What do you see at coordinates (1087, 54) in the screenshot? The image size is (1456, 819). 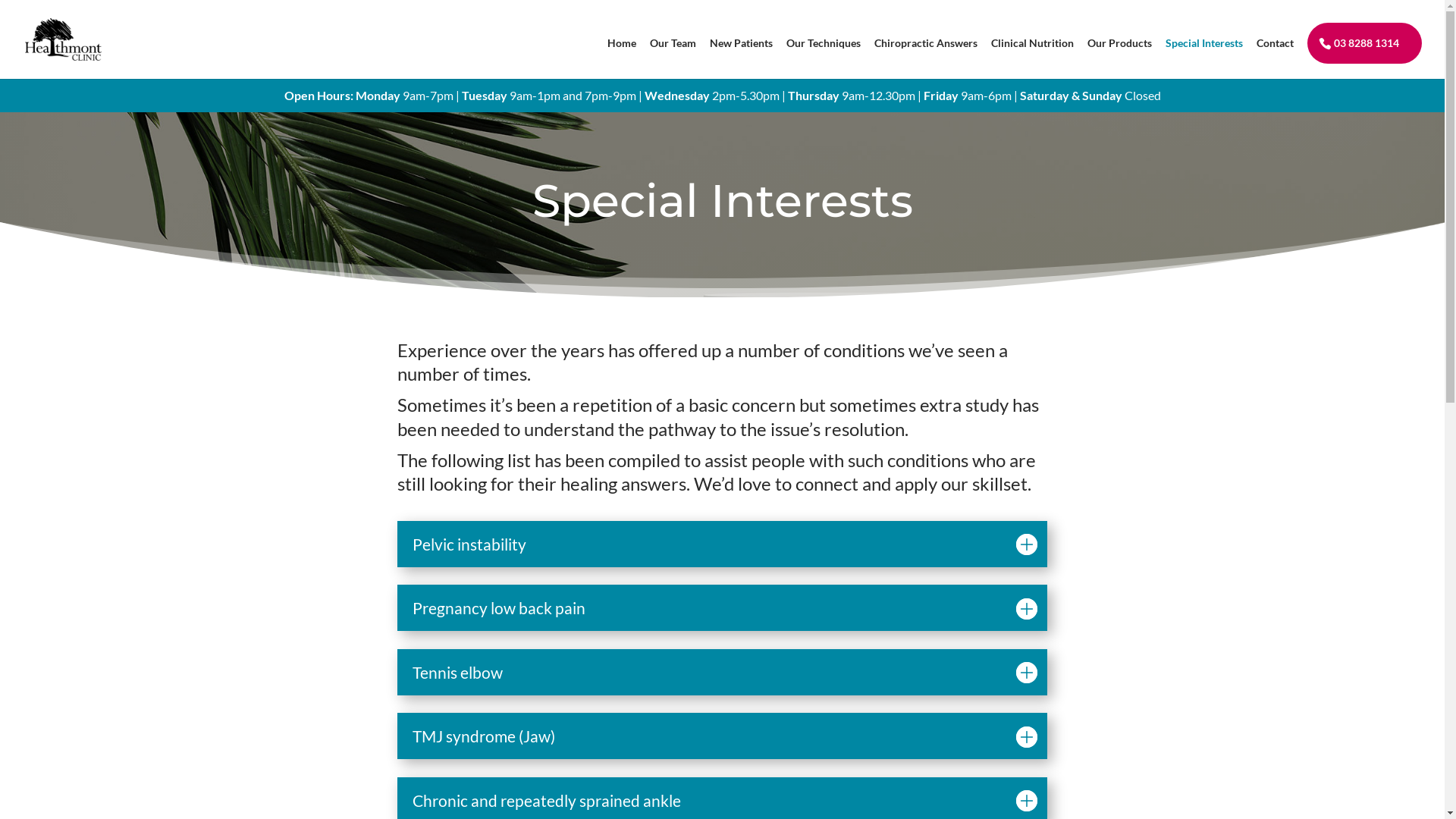 I see `'Our Products'` at bounding box center [1087, 54].